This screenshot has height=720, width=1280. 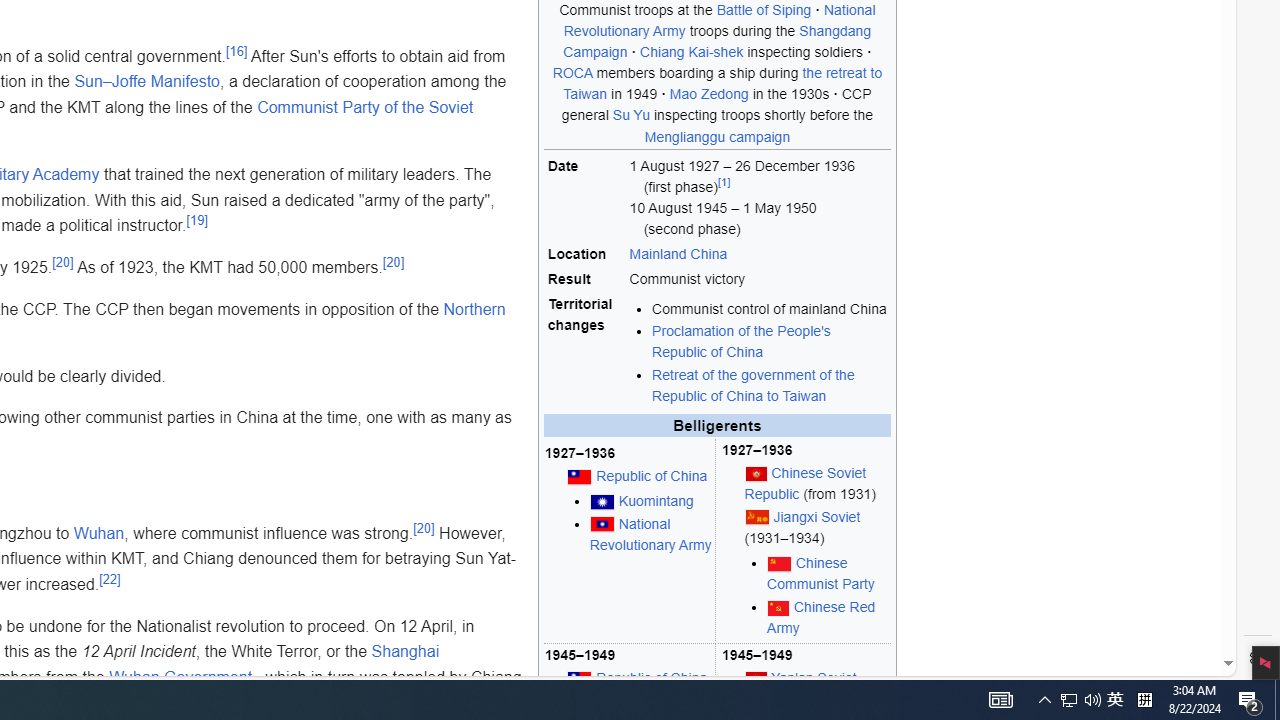 What do you see at coordinates (717, 424) in the screenshot?
I see `'Belligerents'` at bounding box center [717, 424].